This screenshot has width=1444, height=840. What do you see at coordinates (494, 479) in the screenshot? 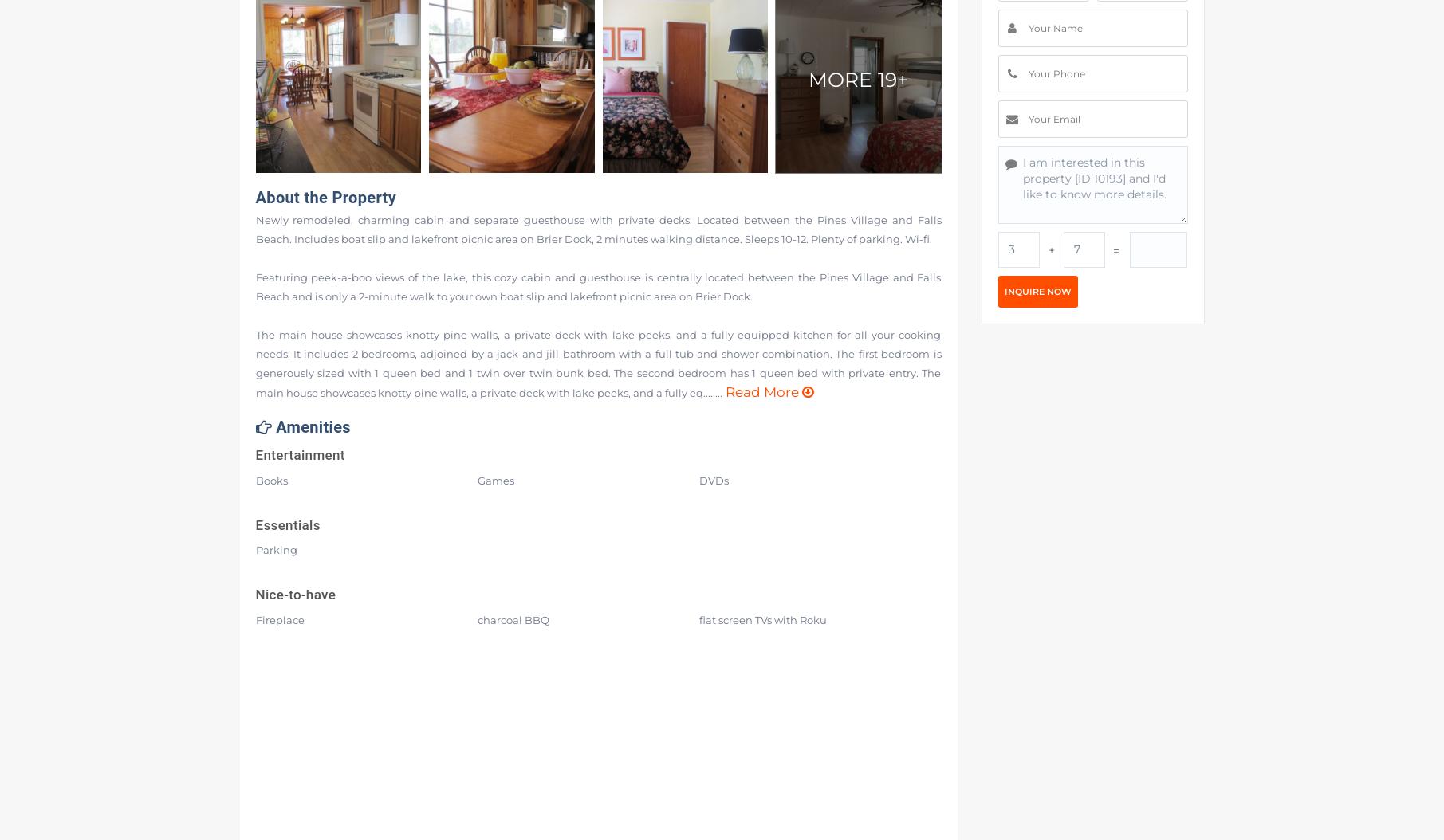
I see `'Games'` at bounding box center [494, 479].